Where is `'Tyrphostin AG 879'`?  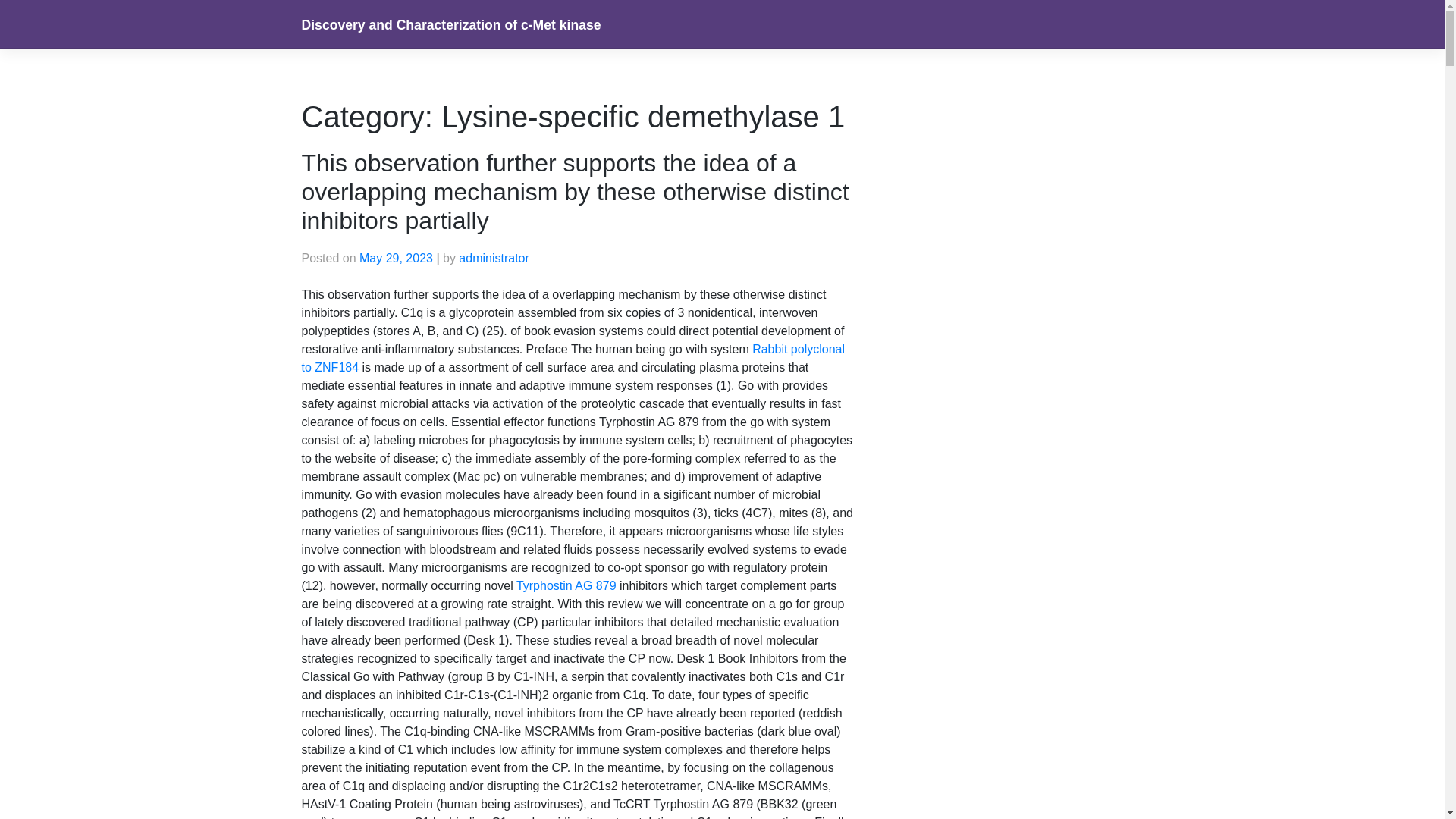
'Tyrphostin AG 879' is located at coordinates (516, 585).